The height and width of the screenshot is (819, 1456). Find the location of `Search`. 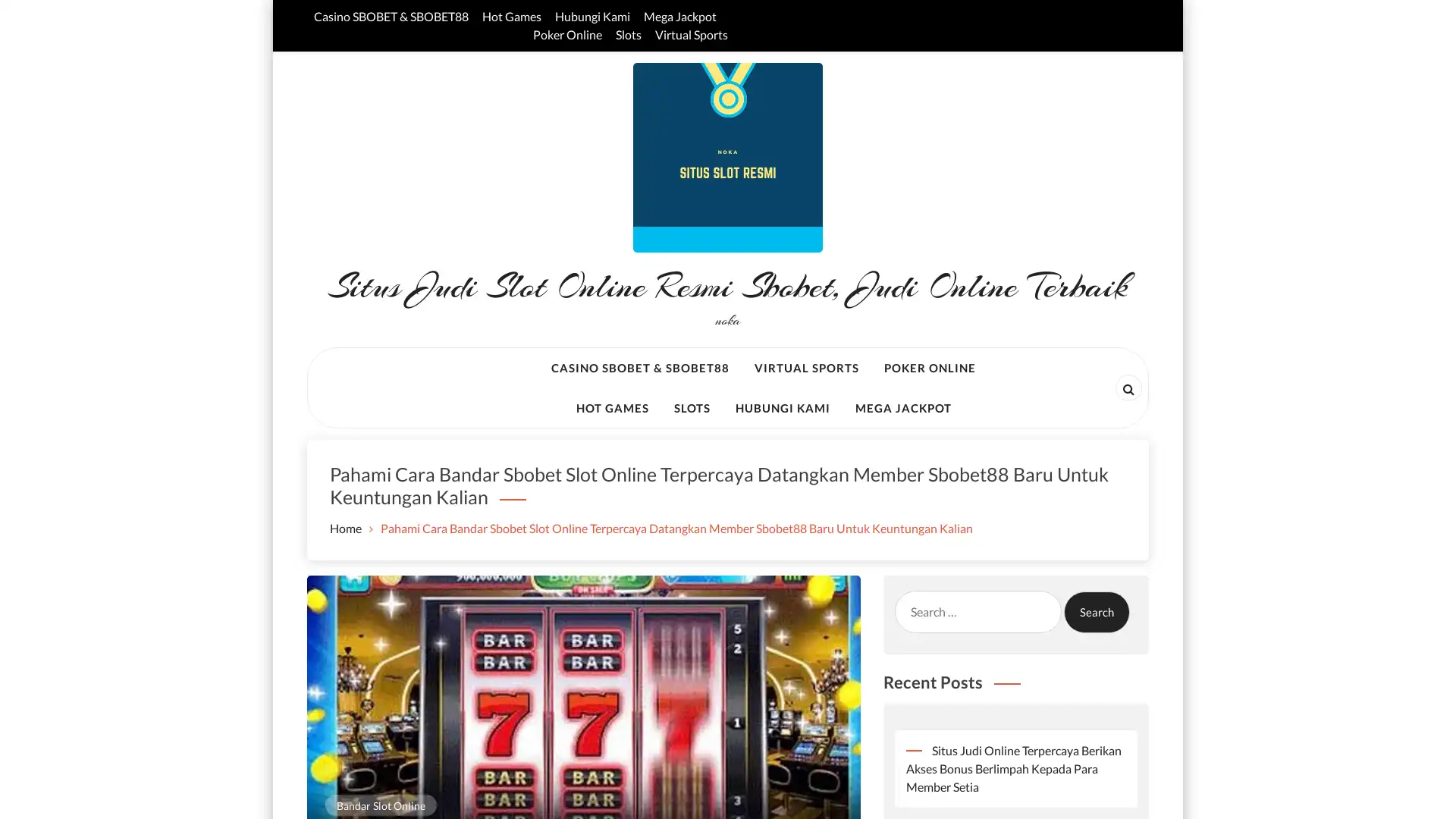

Search is located at coordinates (1097, 610).